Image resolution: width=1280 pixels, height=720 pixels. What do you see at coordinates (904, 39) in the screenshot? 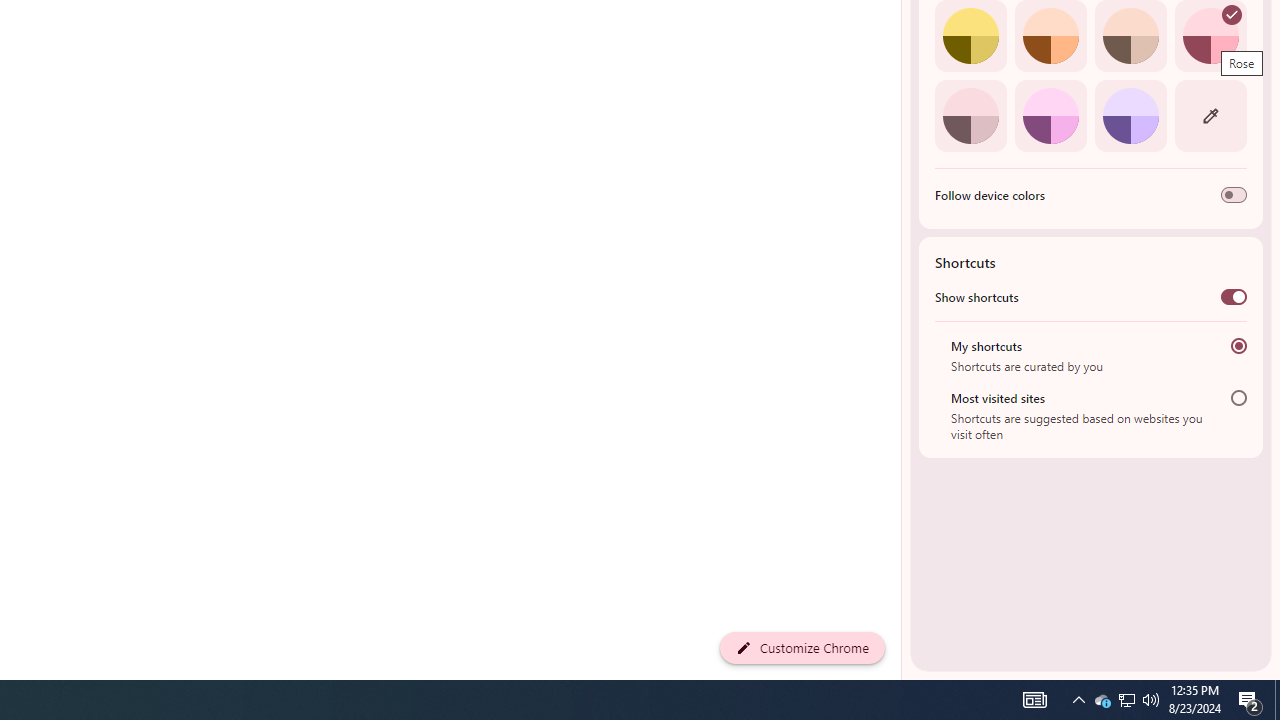
I see `'Side Panel Resize Handle'` at bounding box center [904, 39].